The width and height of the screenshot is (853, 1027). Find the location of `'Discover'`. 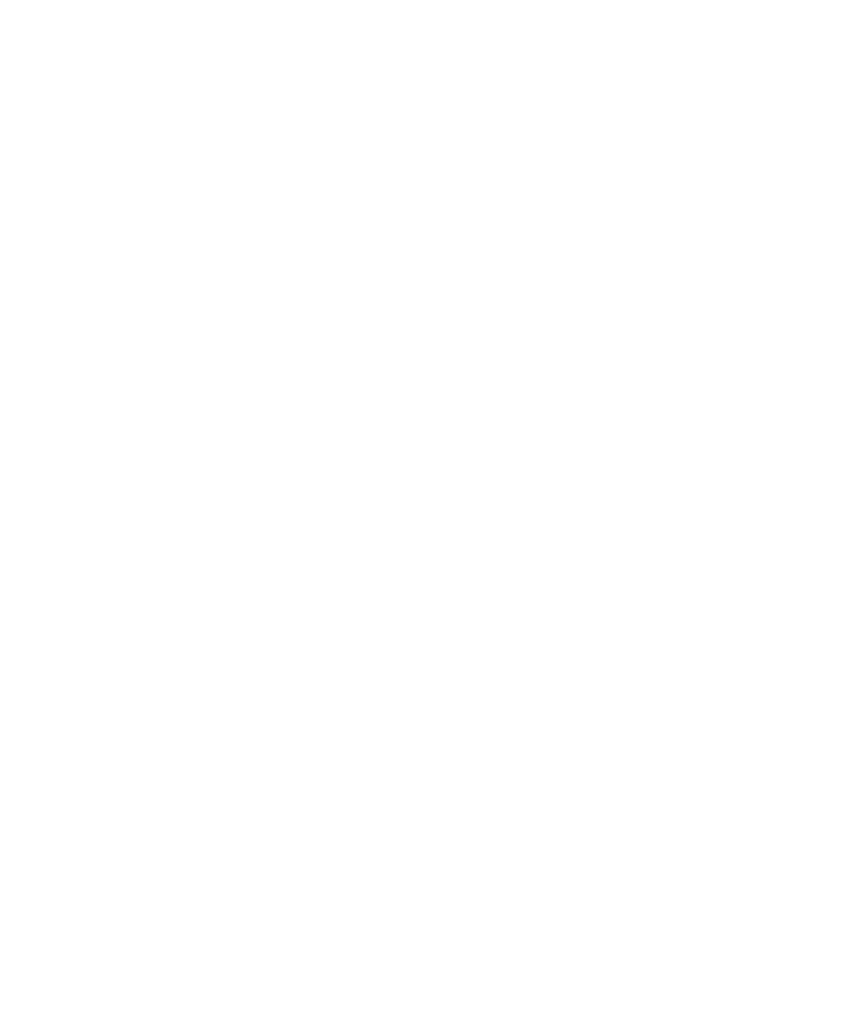

'Discover' is located at coordinates (80, 390).